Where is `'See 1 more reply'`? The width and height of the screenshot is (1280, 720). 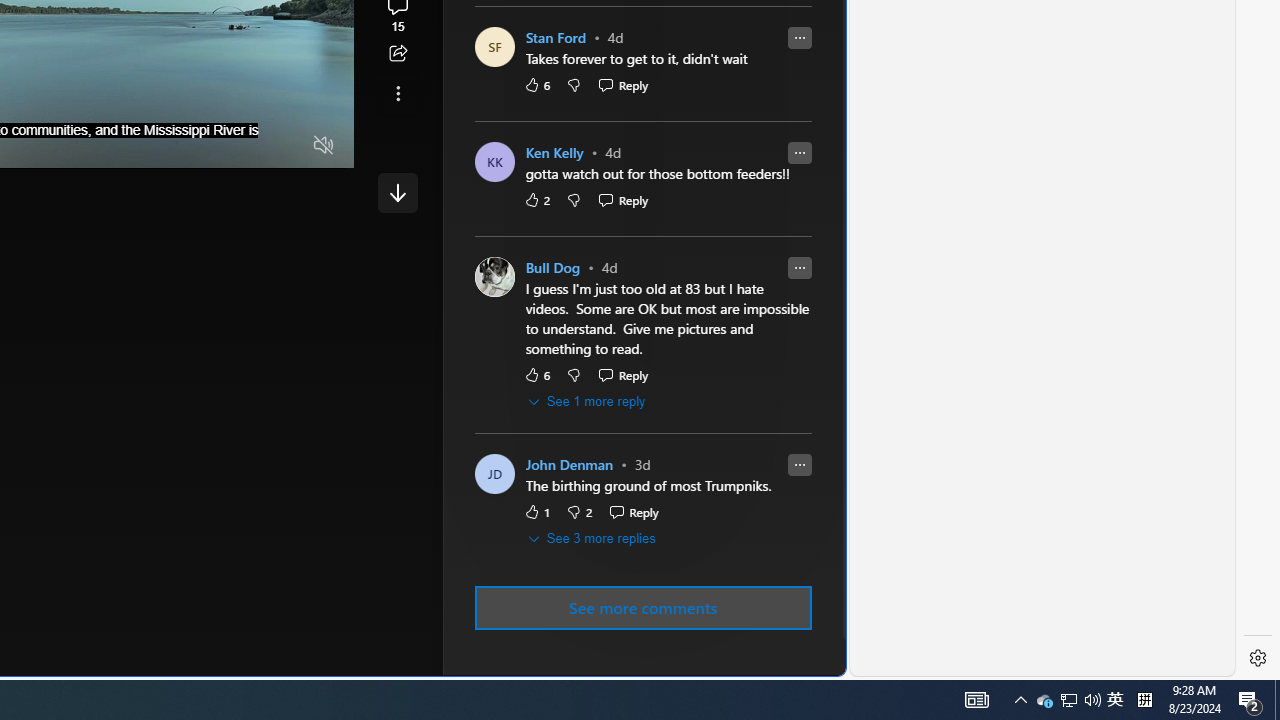 'See 1 more reply' is located at coordinates (587, 402).